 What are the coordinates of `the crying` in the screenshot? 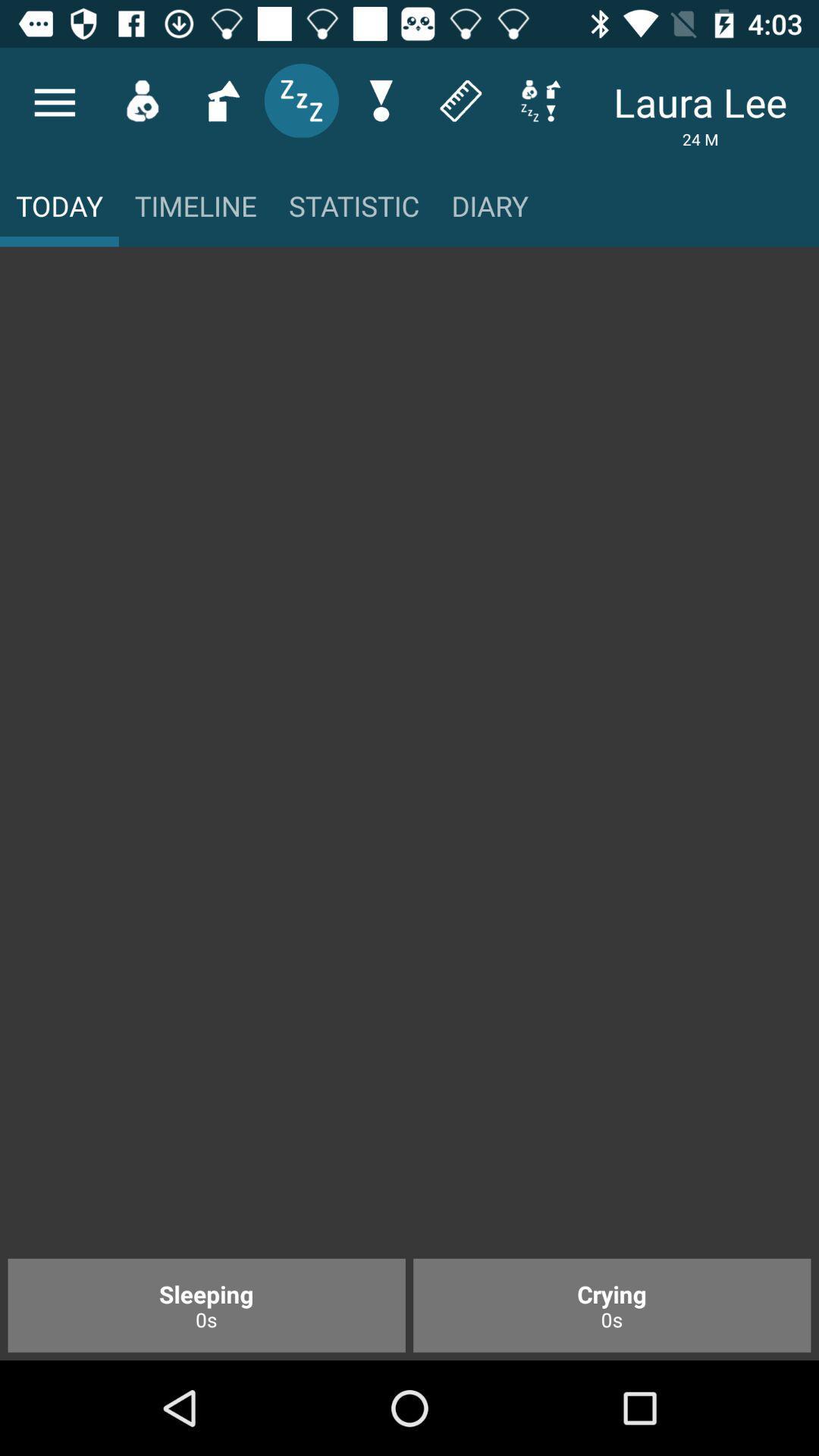 It's located at (611, 1304).